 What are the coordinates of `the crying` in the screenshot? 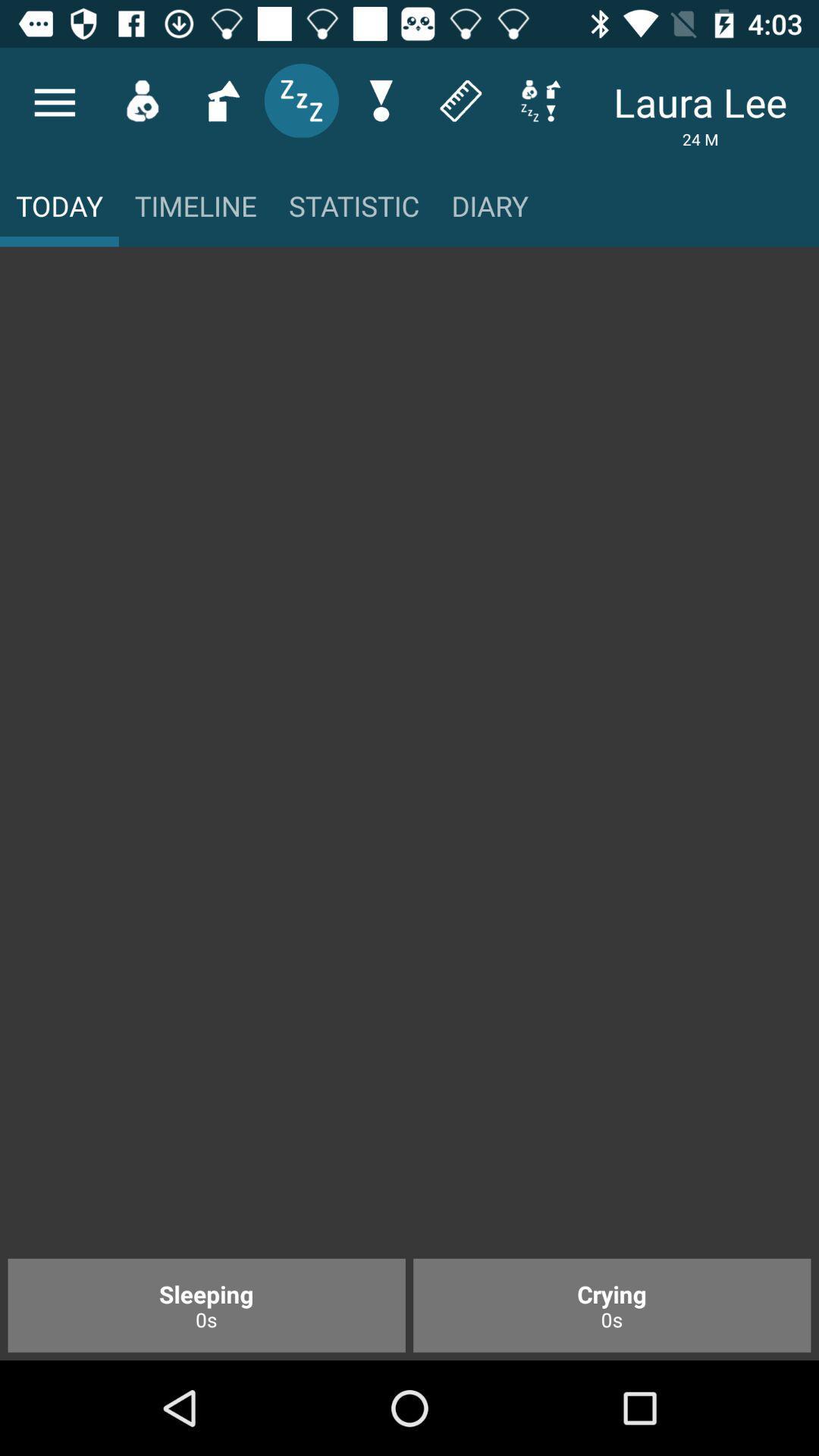 It's located at (611, 1304).